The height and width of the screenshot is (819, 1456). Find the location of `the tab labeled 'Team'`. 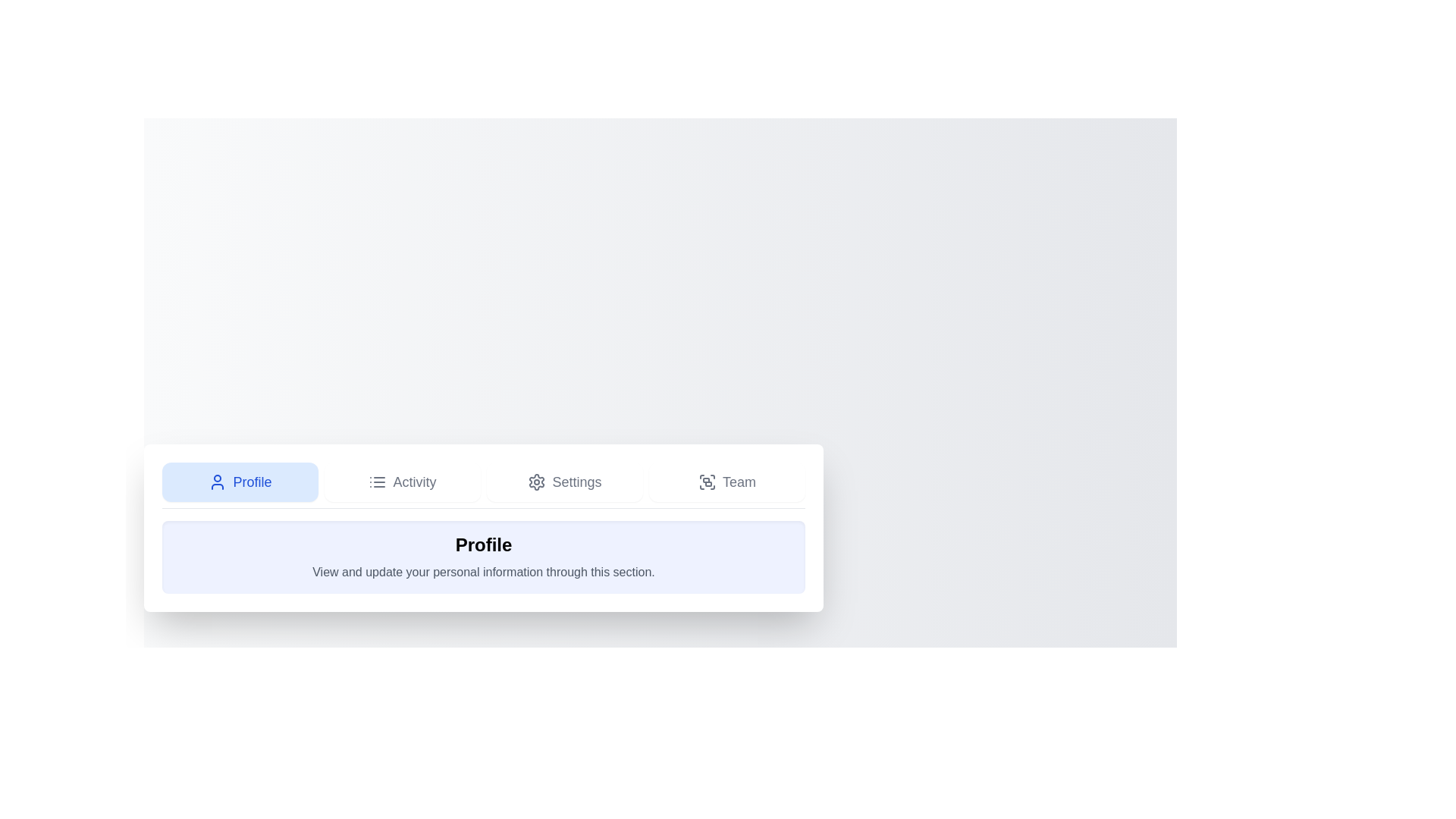

the tab labeled 'Team' is located at coordinates (726, 482).